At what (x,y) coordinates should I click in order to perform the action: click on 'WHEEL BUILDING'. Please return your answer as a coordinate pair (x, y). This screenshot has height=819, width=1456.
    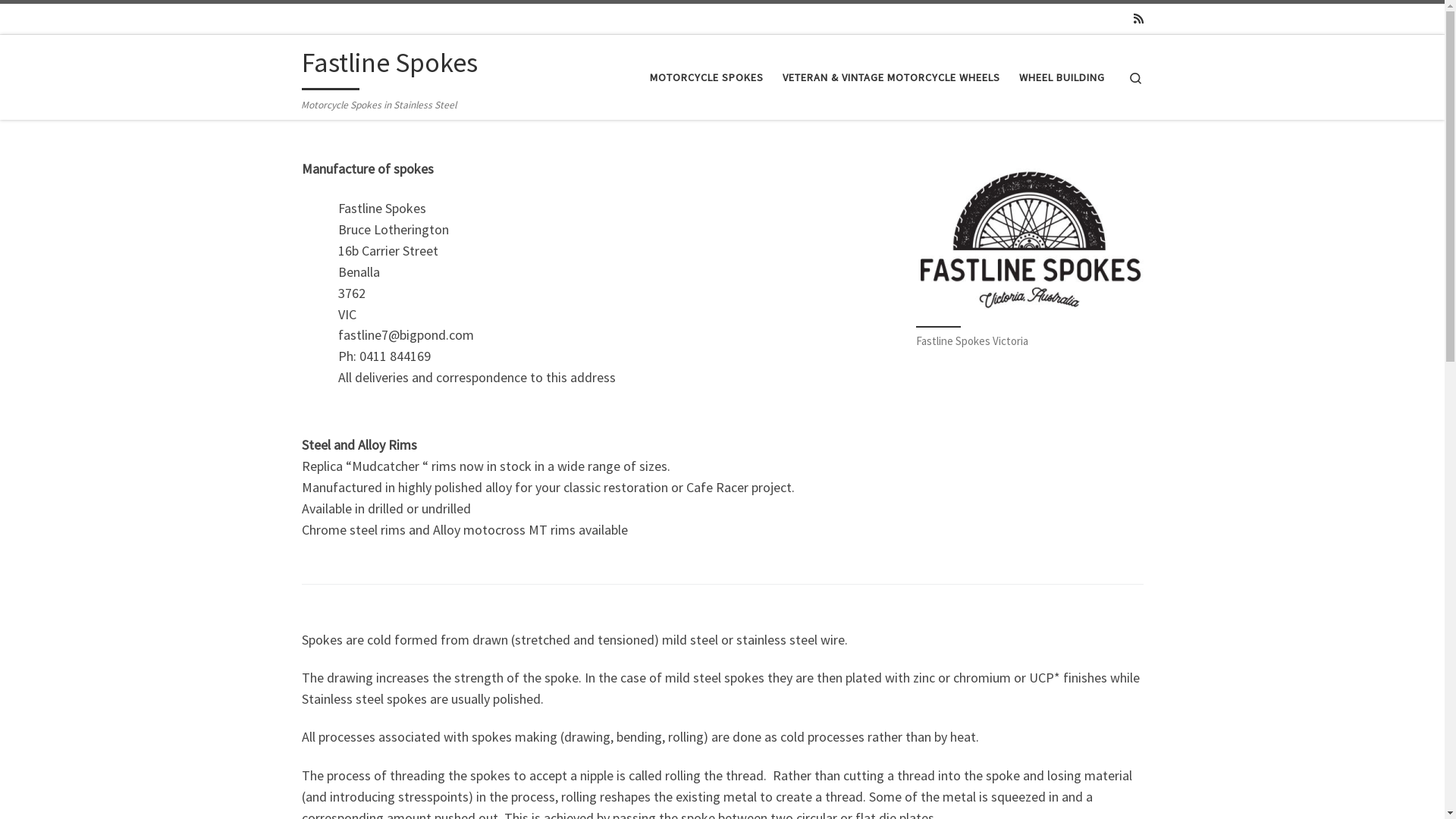
    Looking at the image, I should click on (1014, 77).